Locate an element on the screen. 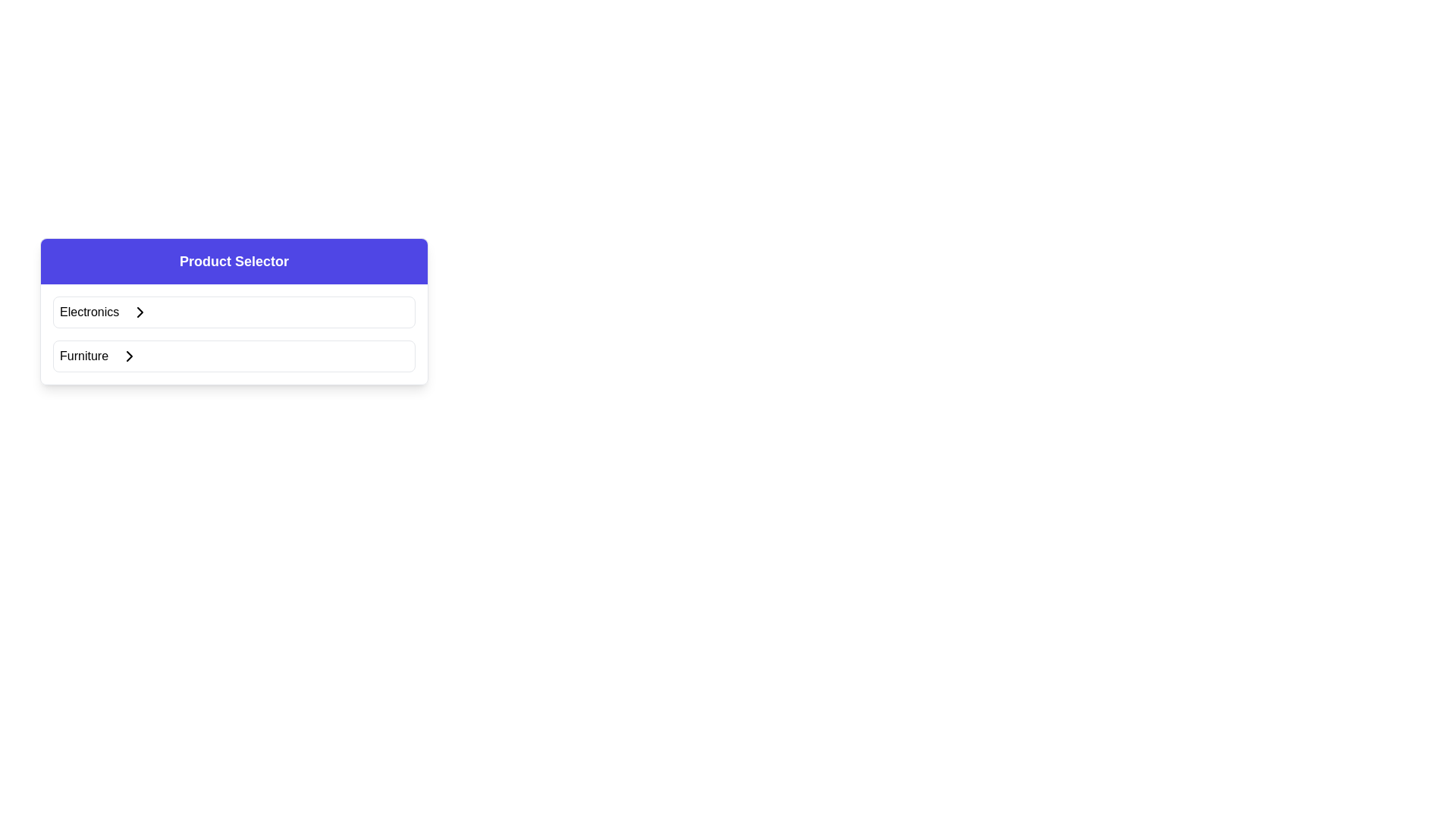 This screenshot has height=819, width=1456. the text label displaying 'Furniture' is located at coordinates (83, 356).